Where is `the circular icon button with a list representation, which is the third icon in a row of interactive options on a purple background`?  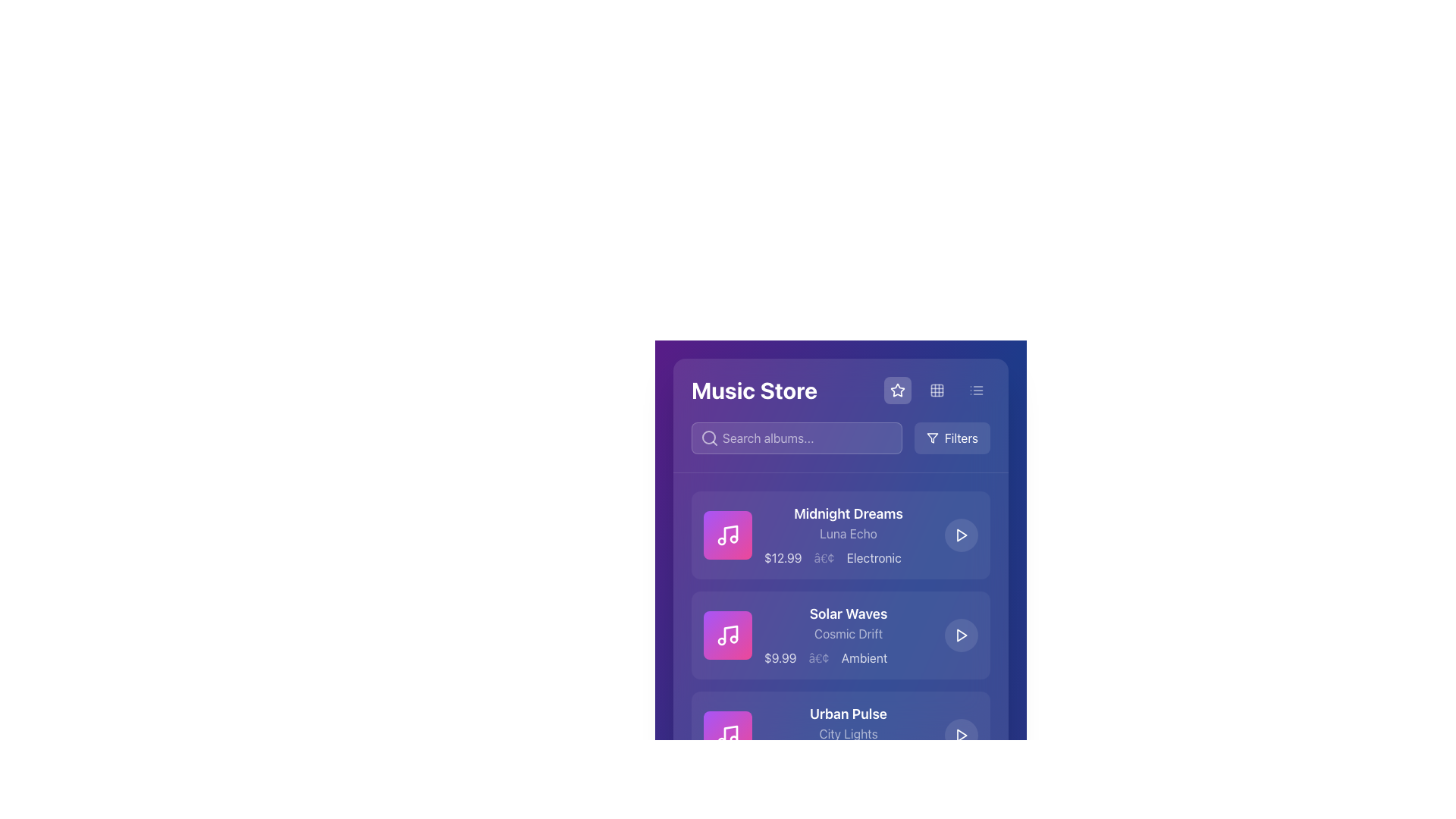 the circular icon button with a list representation, which is the third icon in a row of interactive options on a purple background is located at coordinates (976, 390).